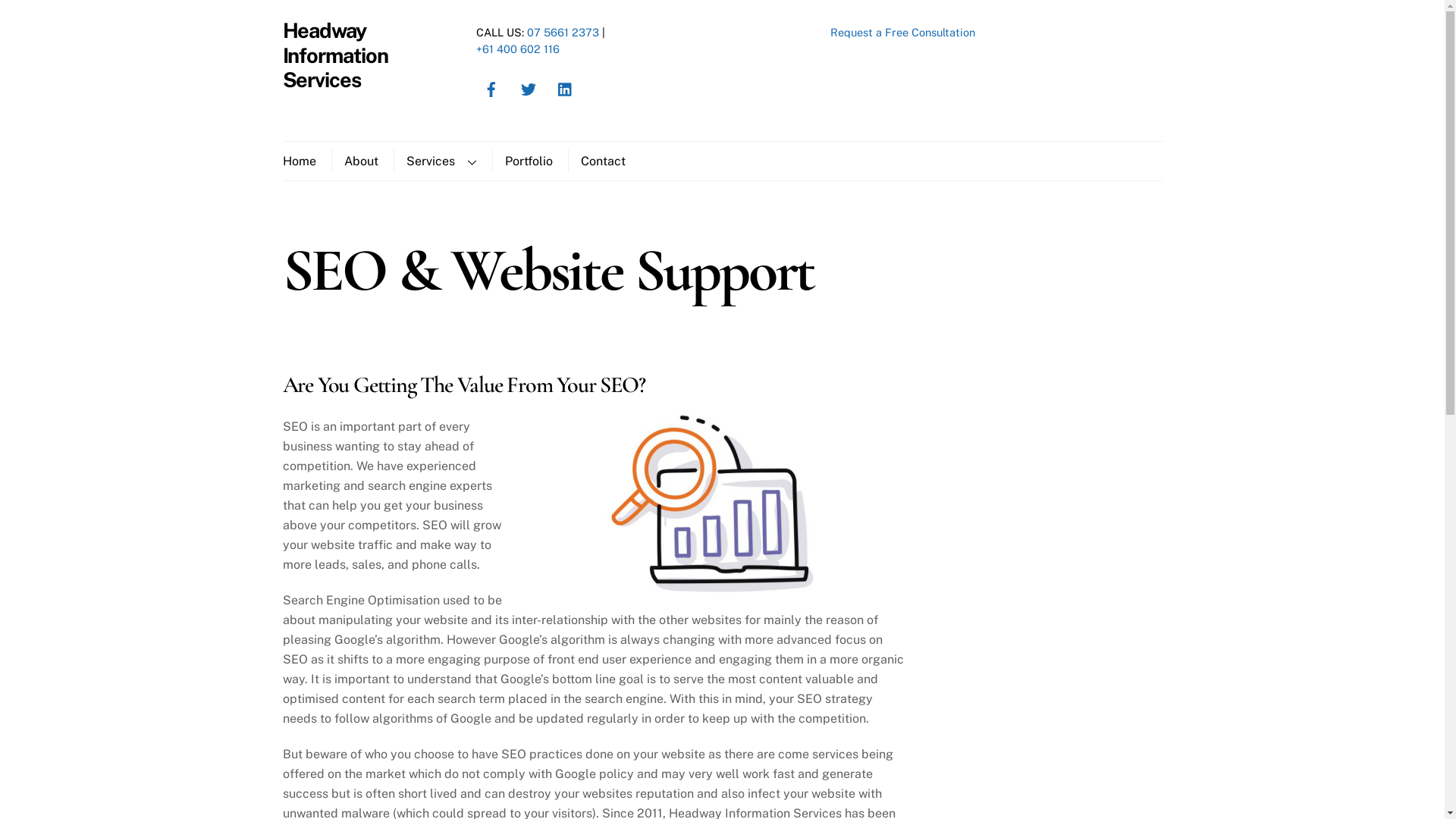 The image size is (1456, 819). I want to click on 'About', so click(359, 161).